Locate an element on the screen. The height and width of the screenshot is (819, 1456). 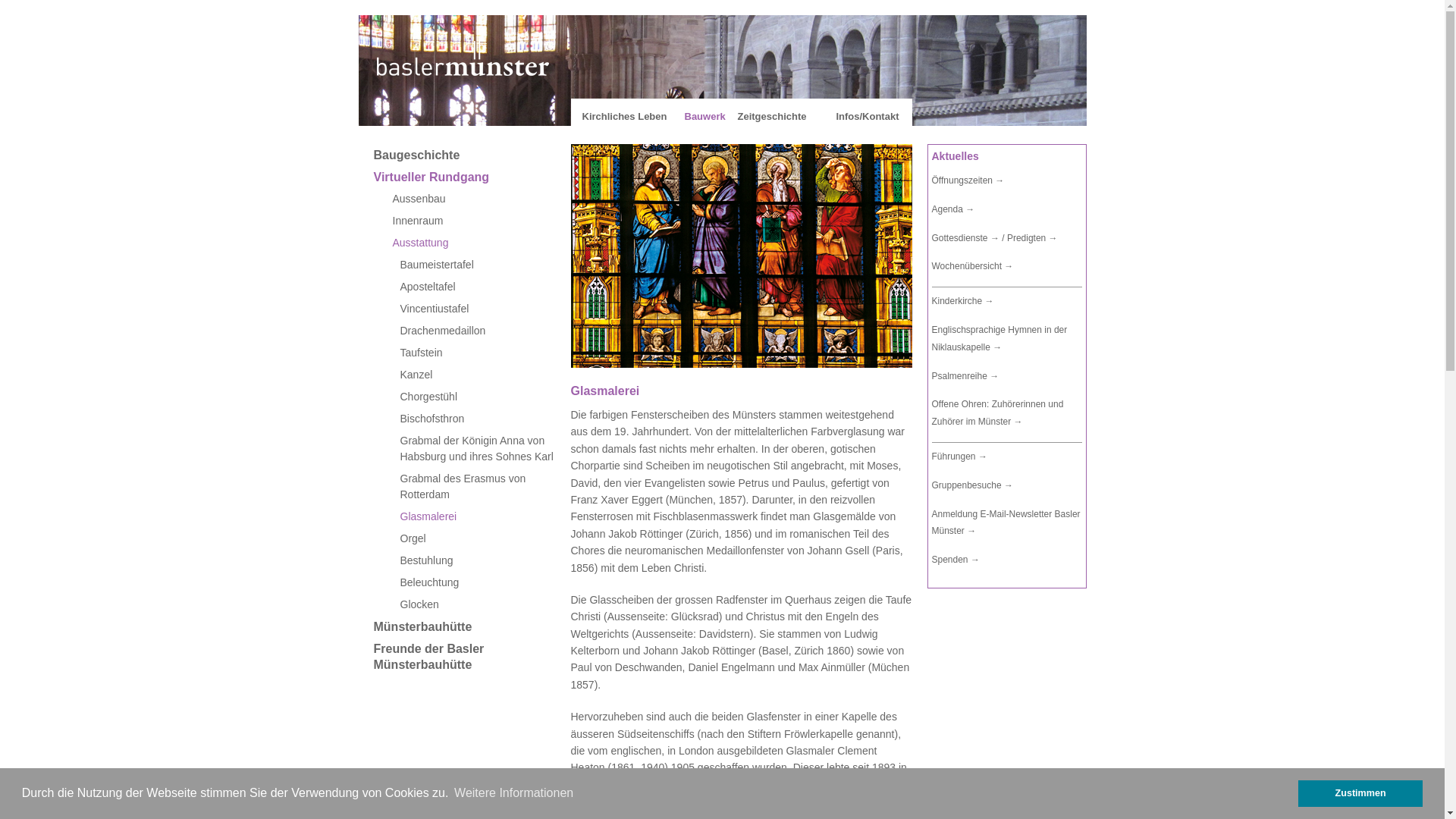
'Vincentiustafel' is located at coordinates (475, 308).